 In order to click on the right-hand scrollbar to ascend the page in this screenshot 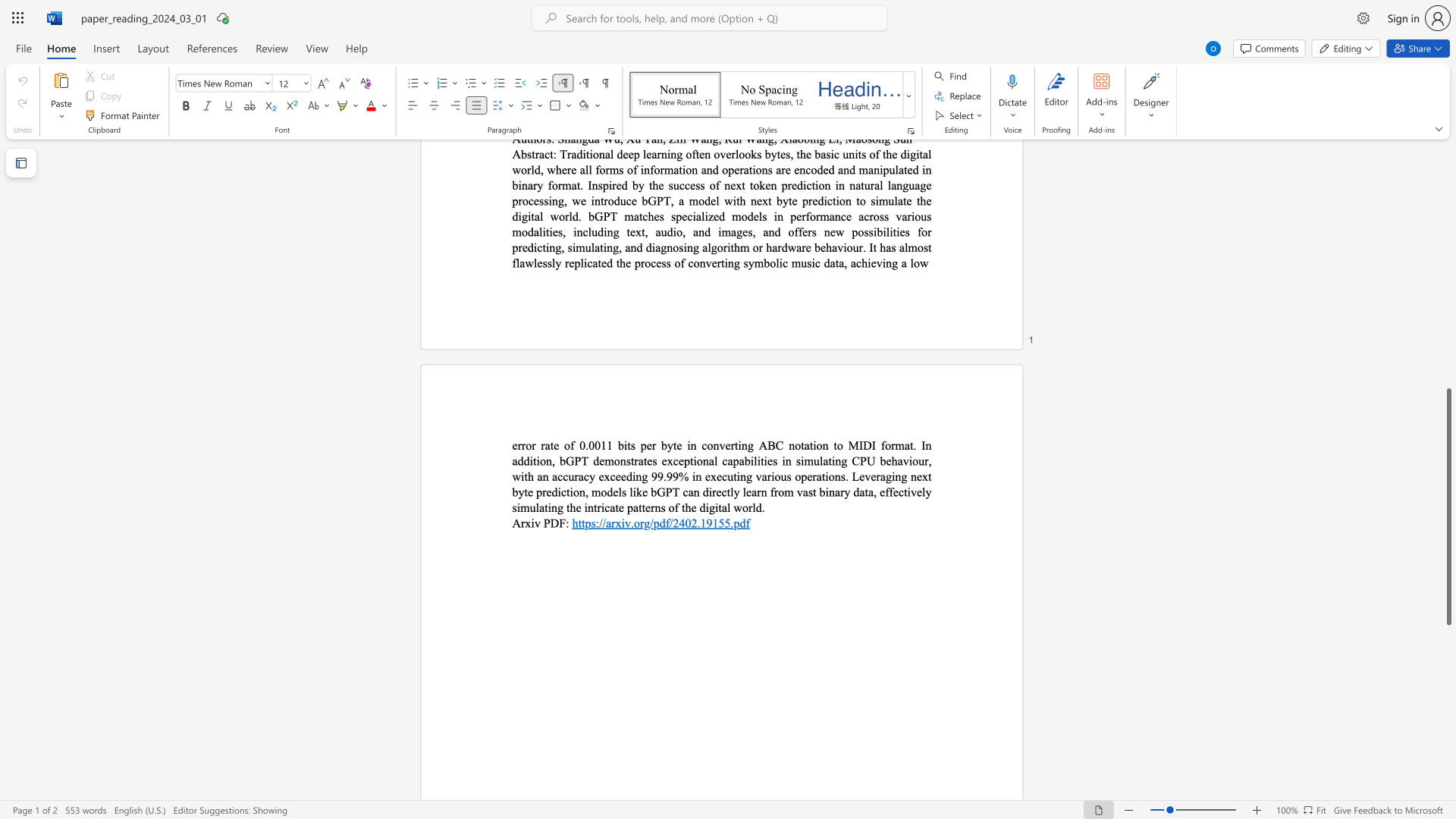, I will do `click(1448, 348)`.